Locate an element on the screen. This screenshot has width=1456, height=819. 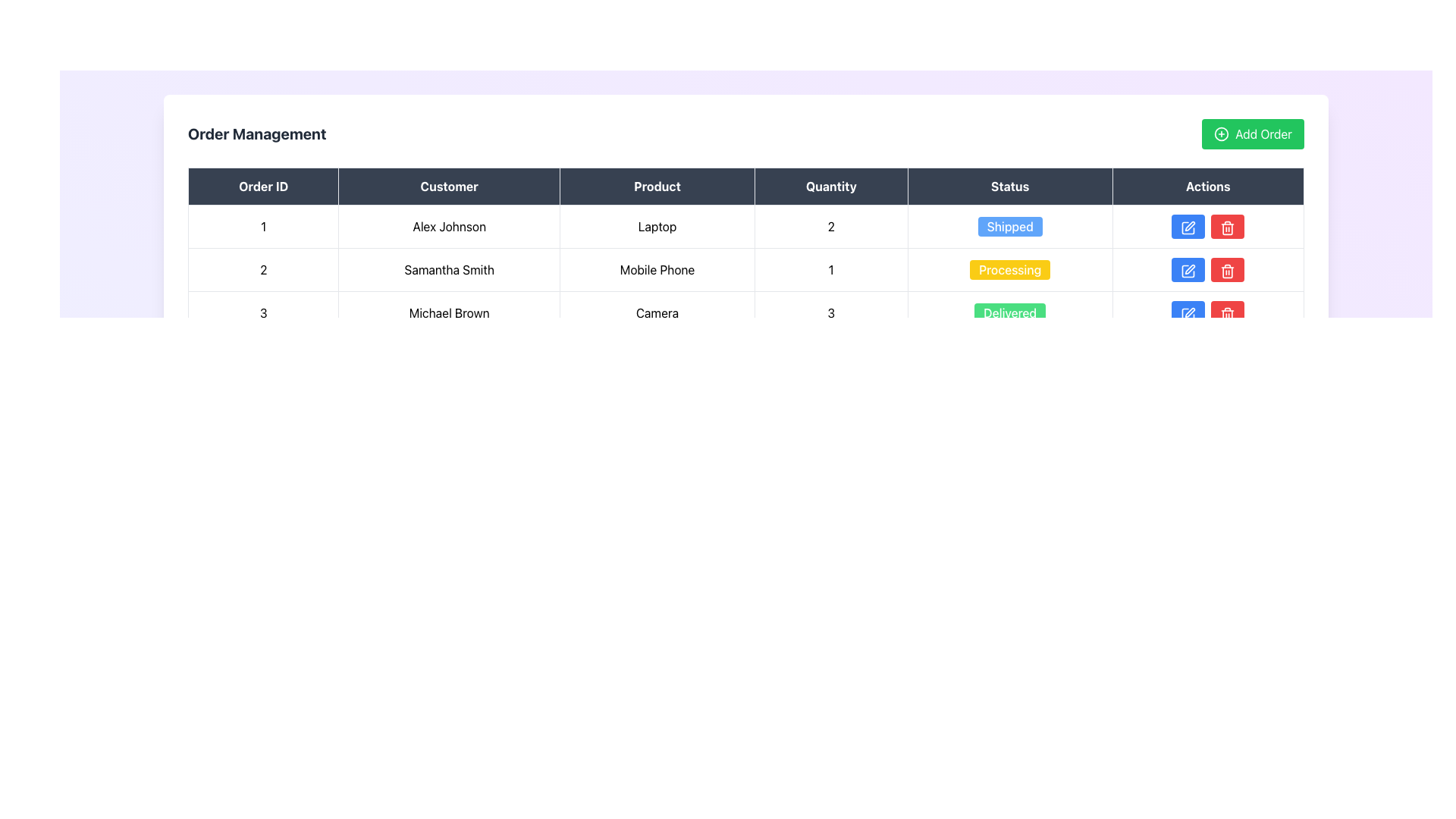
the 'Shipped' status indicator button in the first row of the order management table, located in the 'Status' column is located at coordinates (1010, 227).